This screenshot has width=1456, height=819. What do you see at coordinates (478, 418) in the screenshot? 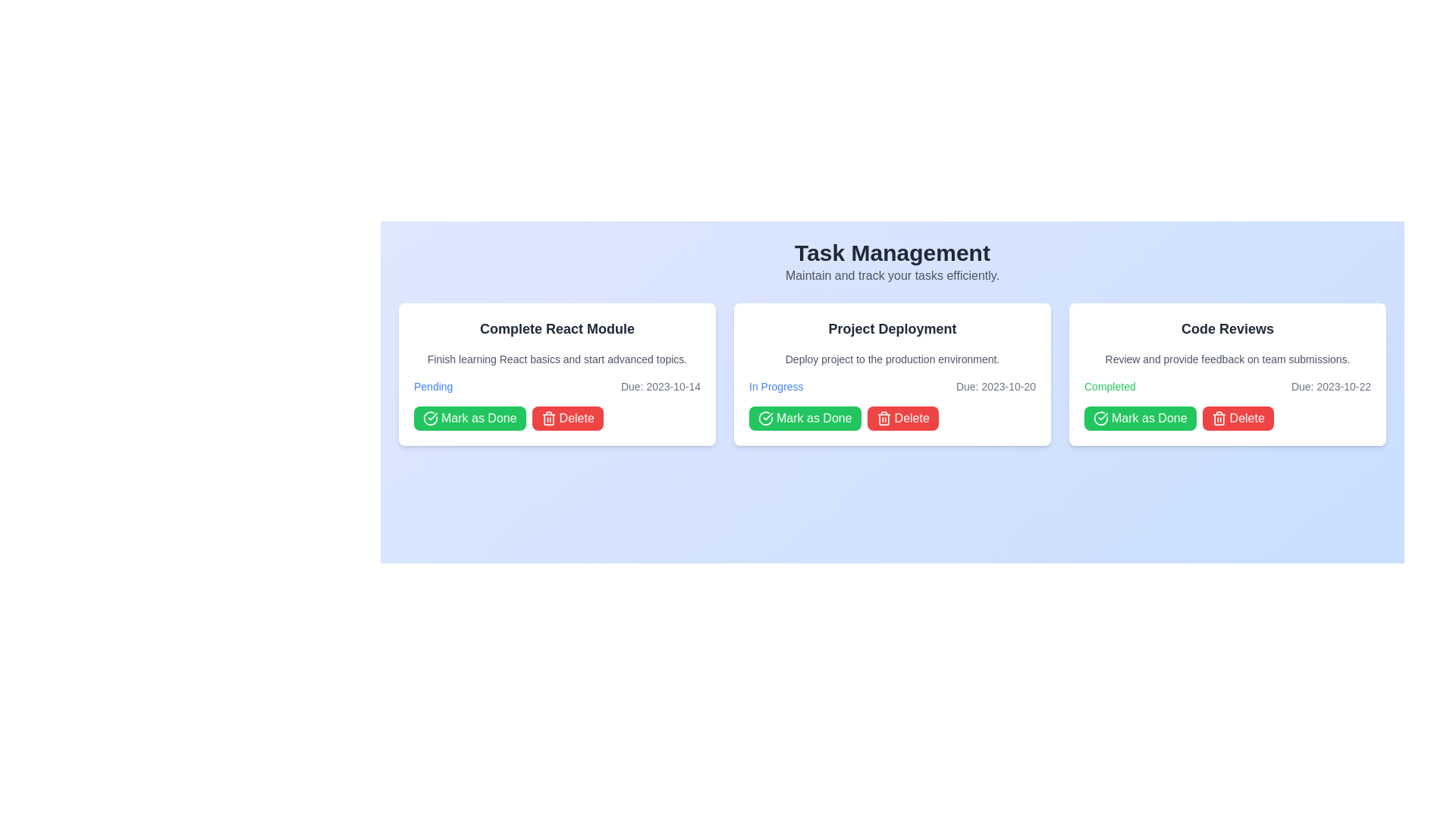
I see `text label 'Mark as Done' displayed in white font on a green button with rounded corners located at the bottom-left corner of the task card for 'Complete React Module'` at bounding box center [478, 418].